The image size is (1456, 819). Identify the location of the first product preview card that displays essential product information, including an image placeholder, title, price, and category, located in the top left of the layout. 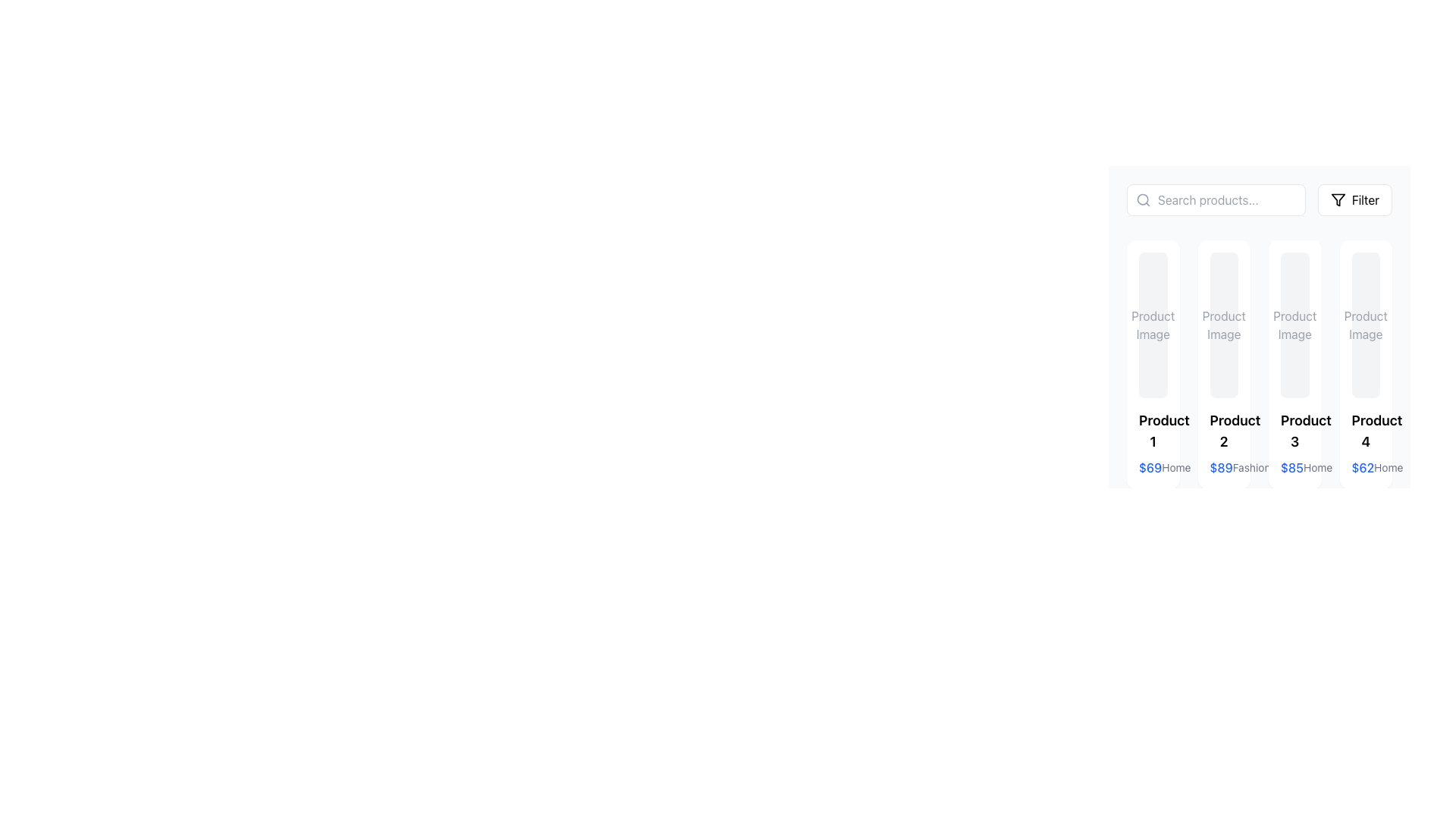
(1153, 365).